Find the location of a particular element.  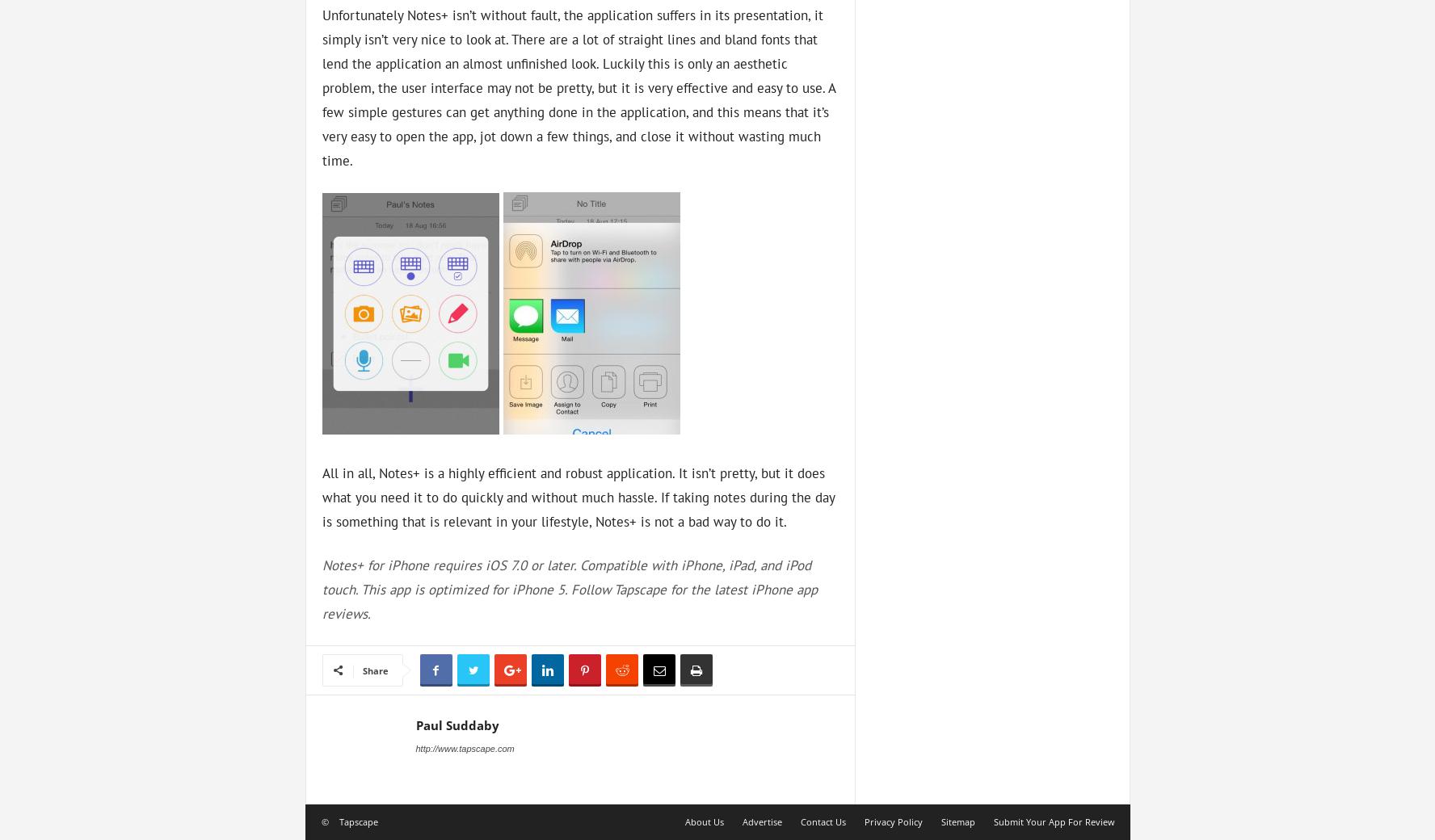

'Submit Your App For Review' is located at coordinates (991, 820).